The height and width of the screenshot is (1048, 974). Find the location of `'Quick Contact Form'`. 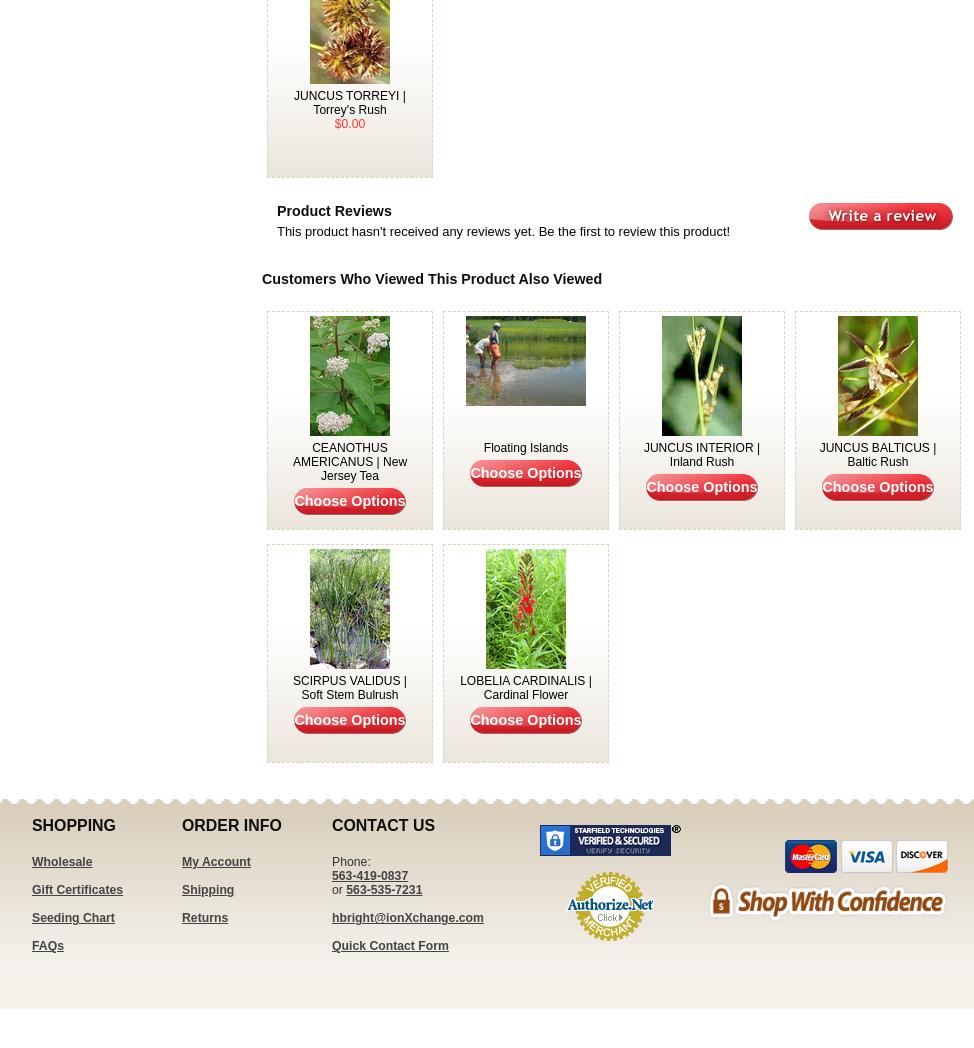

'Quick Contact Form' is located at coordinates (389, 946).